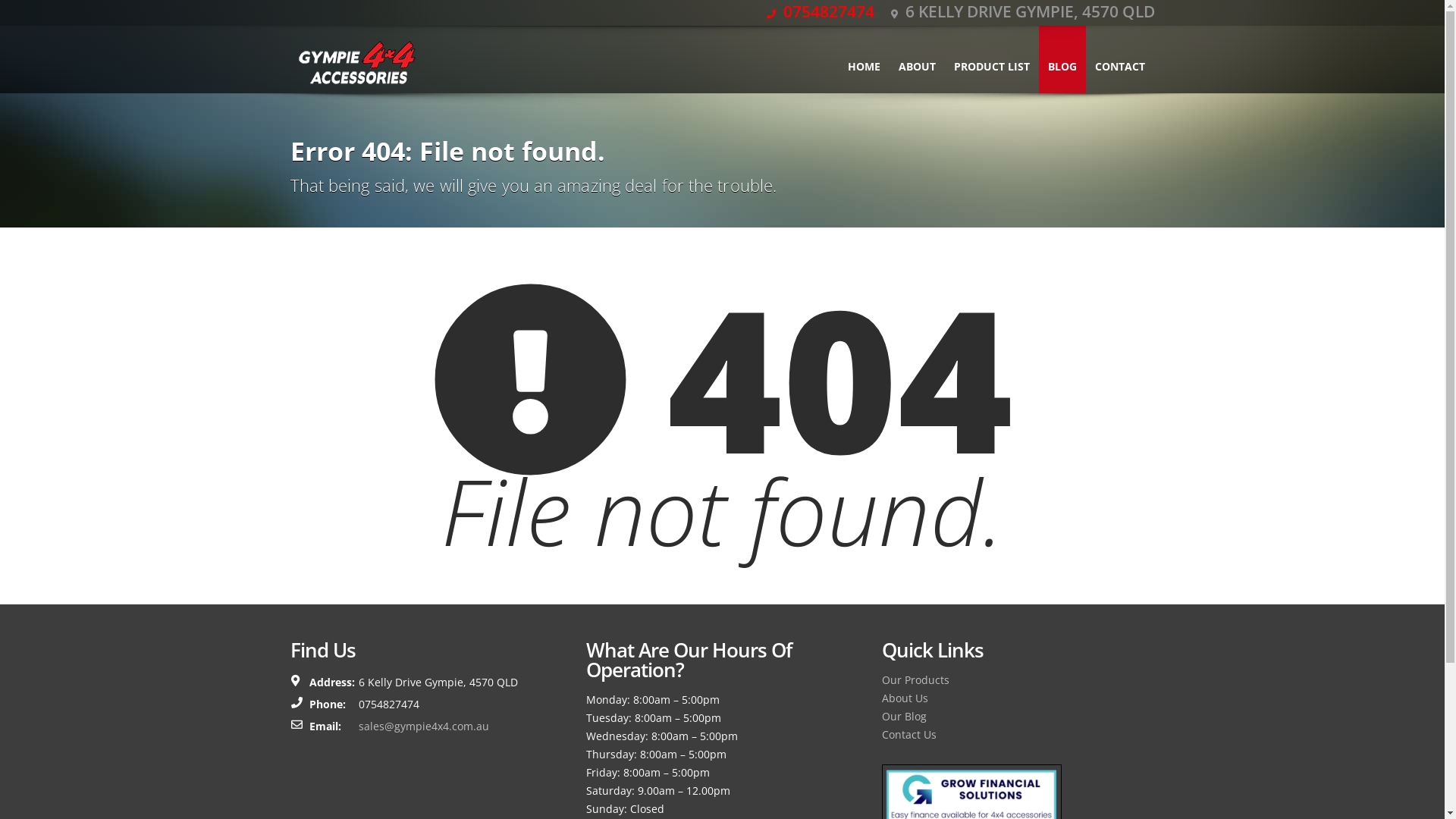 This screenshot has height=819, width=1456. I want to click on 'PRODUCT LIST', so click(991, 58).